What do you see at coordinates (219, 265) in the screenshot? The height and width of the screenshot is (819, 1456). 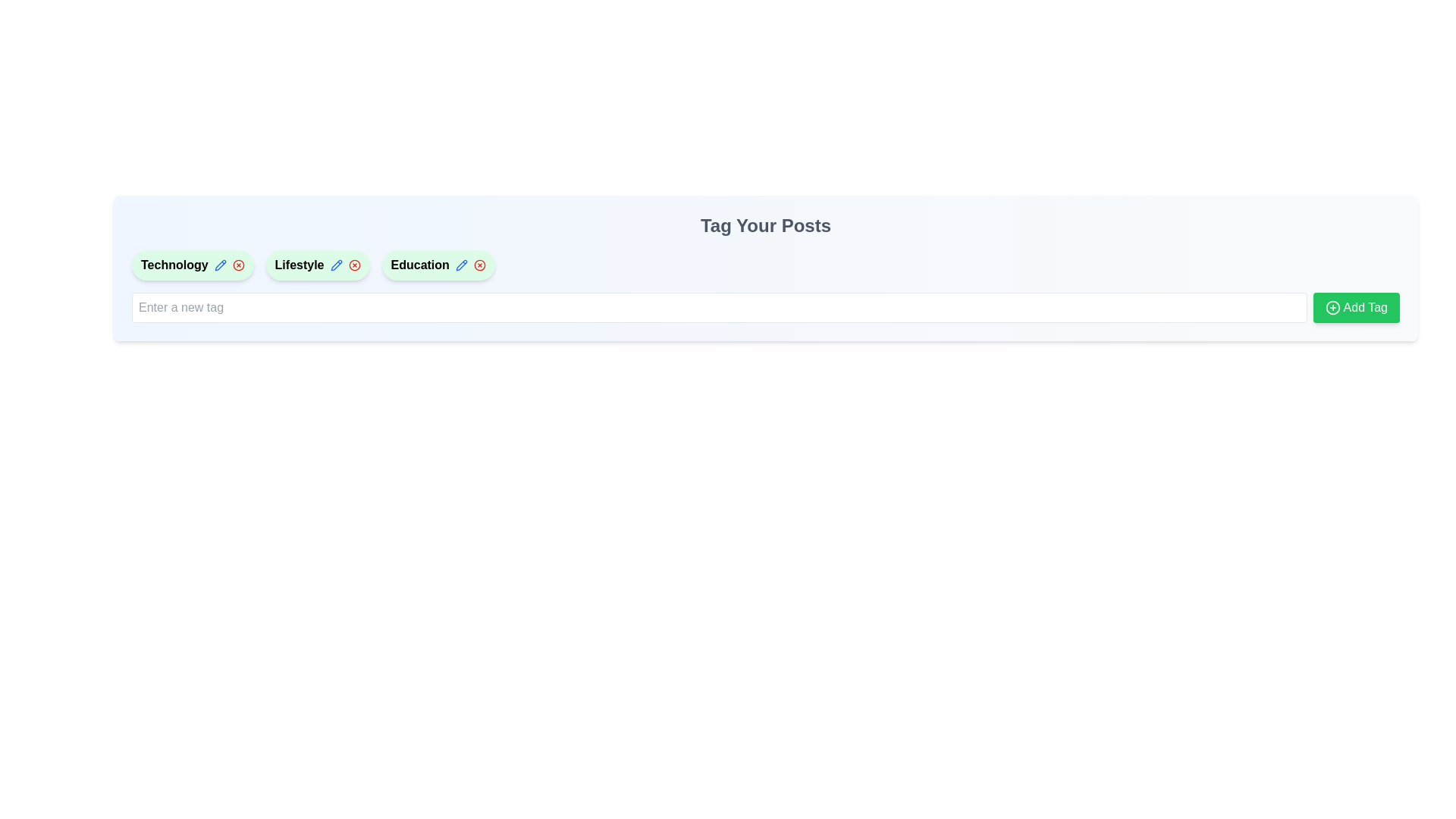 I see `the blue pencil icon displayed on the 'Technology' label, positioned on the right side of the text` at bounding box center [219, 265].